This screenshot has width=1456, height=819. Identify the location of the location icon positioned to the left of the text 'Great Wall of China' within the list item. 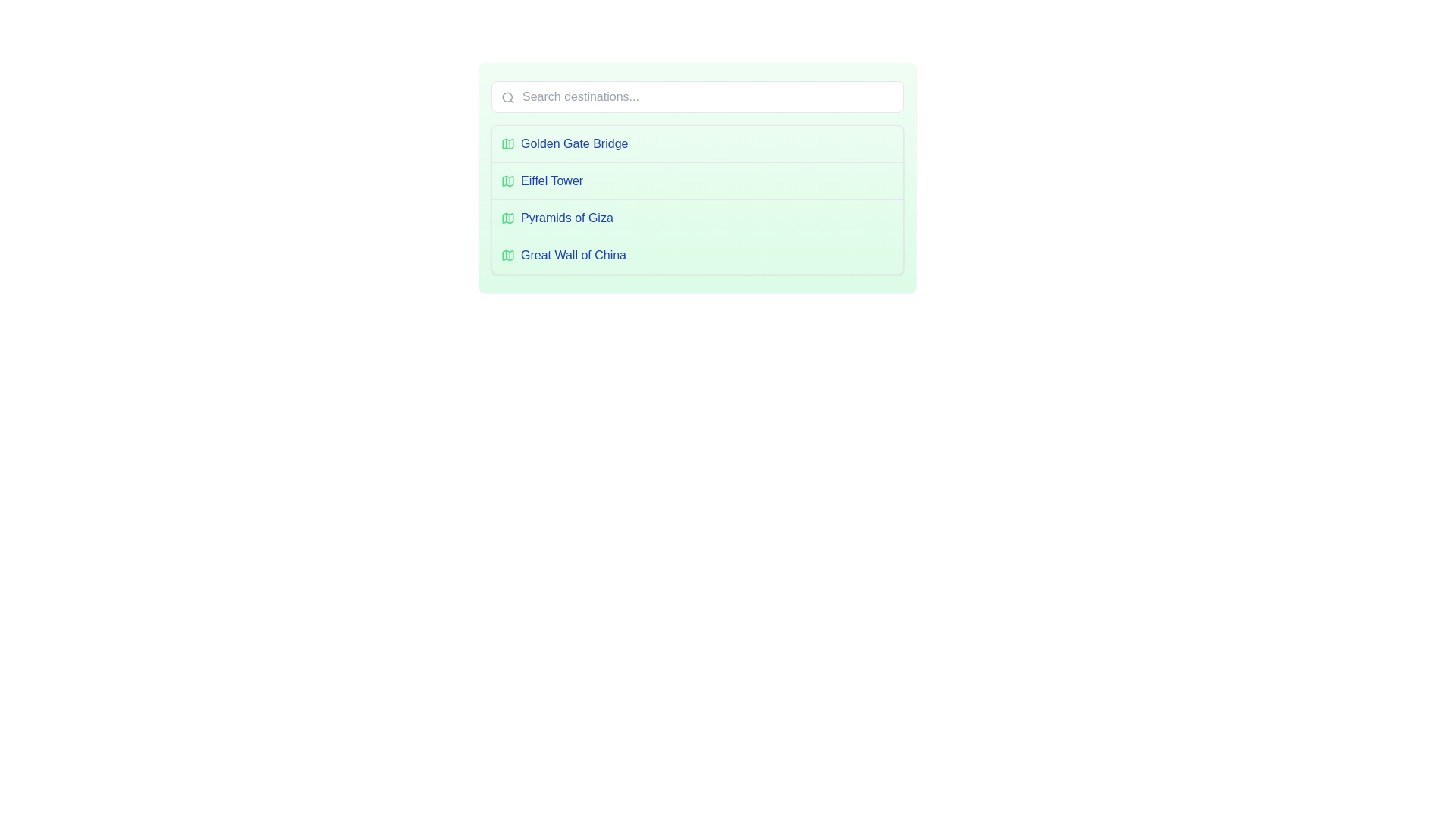
(508, 254).